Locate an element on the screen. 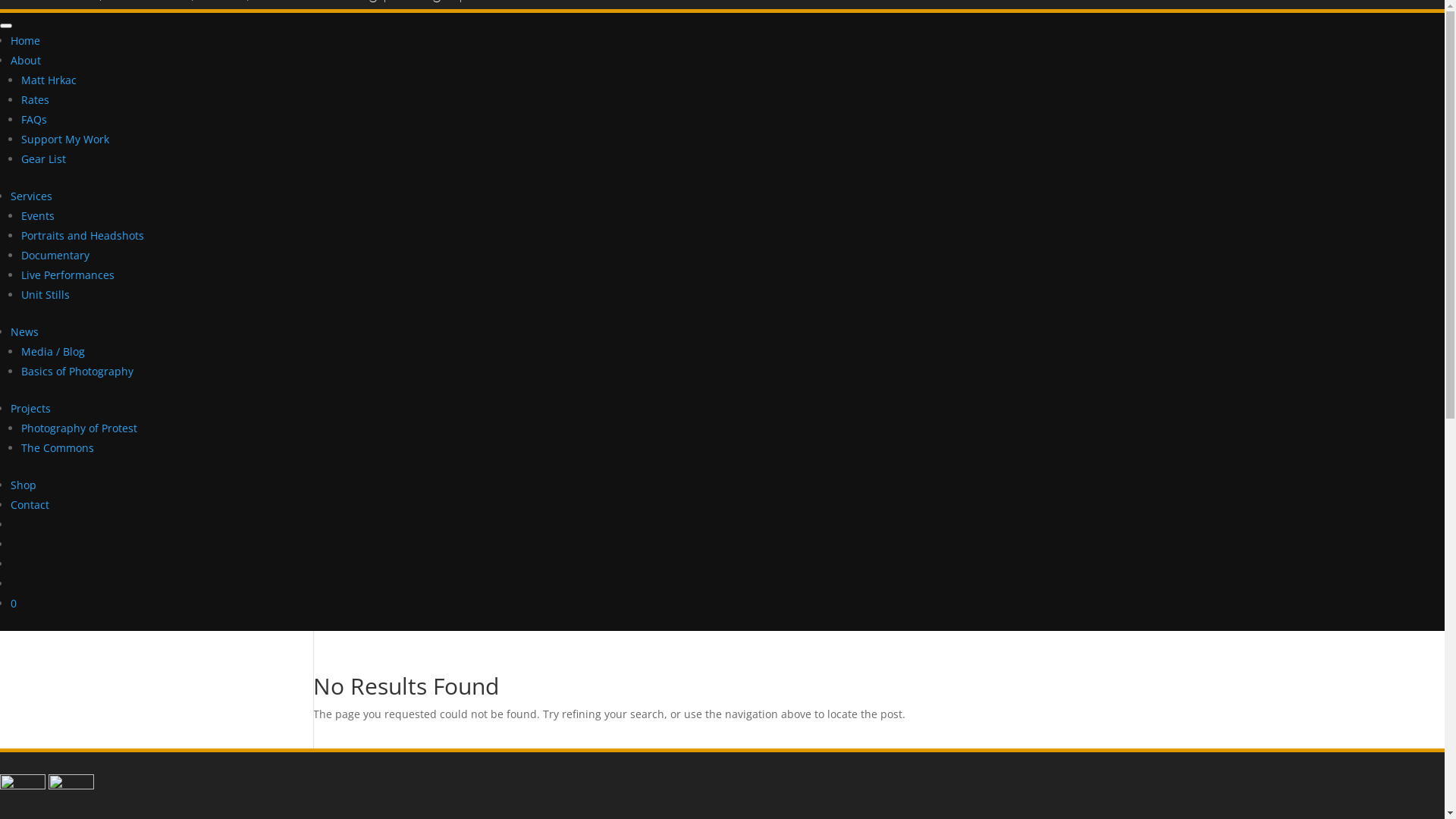 The image size is (1456, 819). 'Unit Stills' is located at coordinates (45, 294).